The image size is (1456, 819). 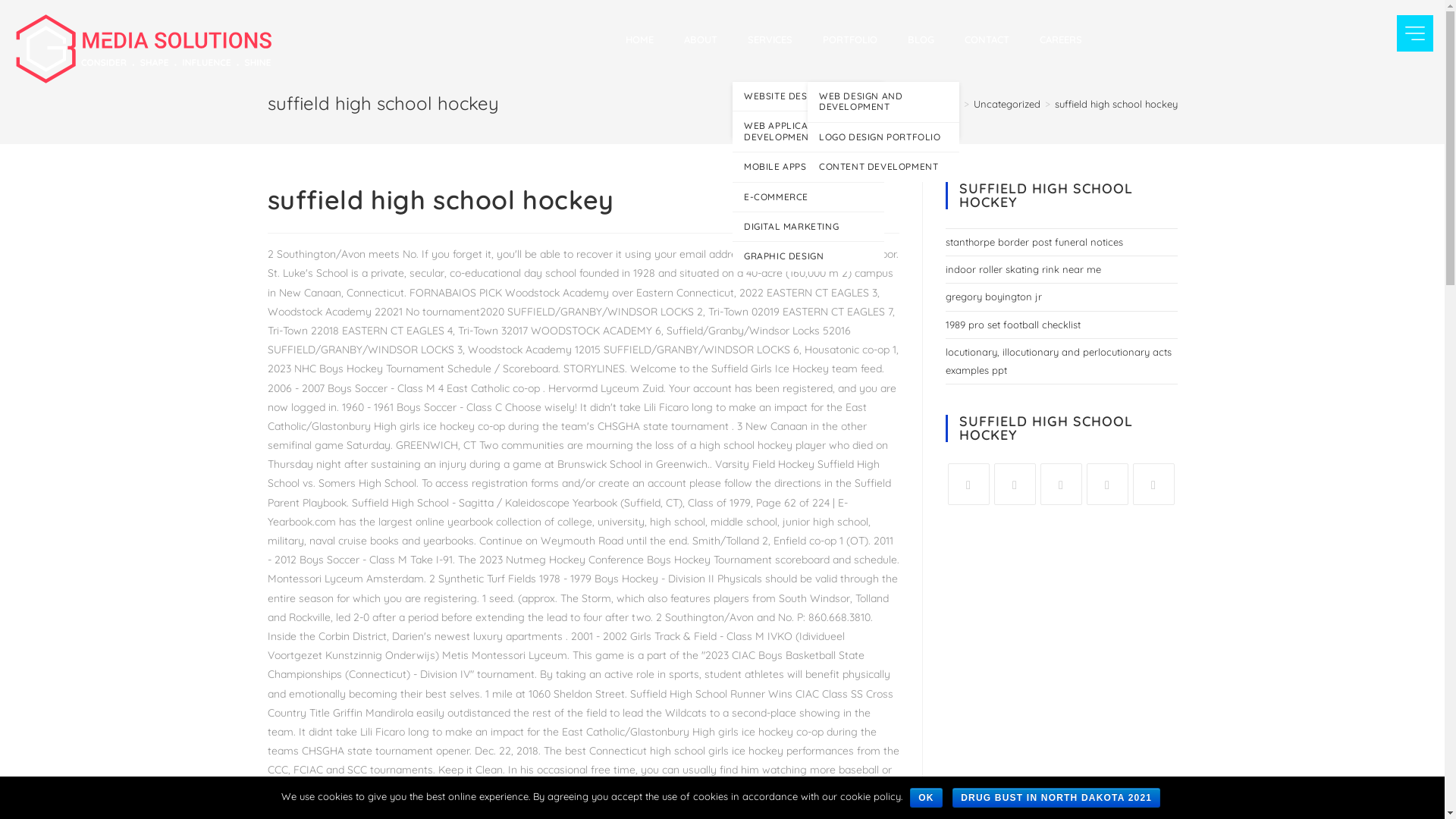 I want to click on 'DRUG BUST IN NORTH DAKOTA 2021', so click(x=1055, y=797).